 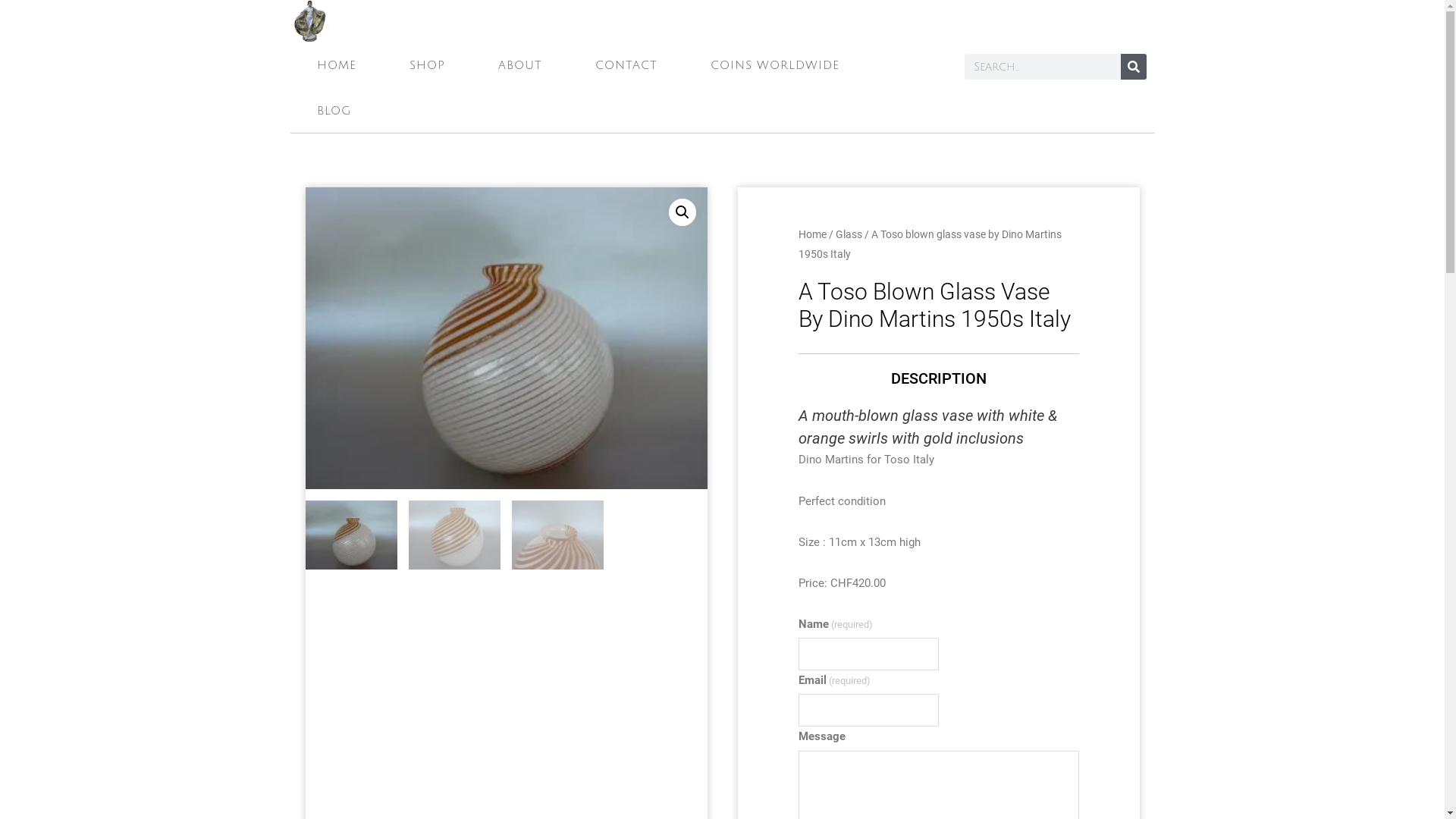 What do you see at coordinates (425, 64) in the screenshot?
I see `'SHOP'` at bounding box center [425, 64].